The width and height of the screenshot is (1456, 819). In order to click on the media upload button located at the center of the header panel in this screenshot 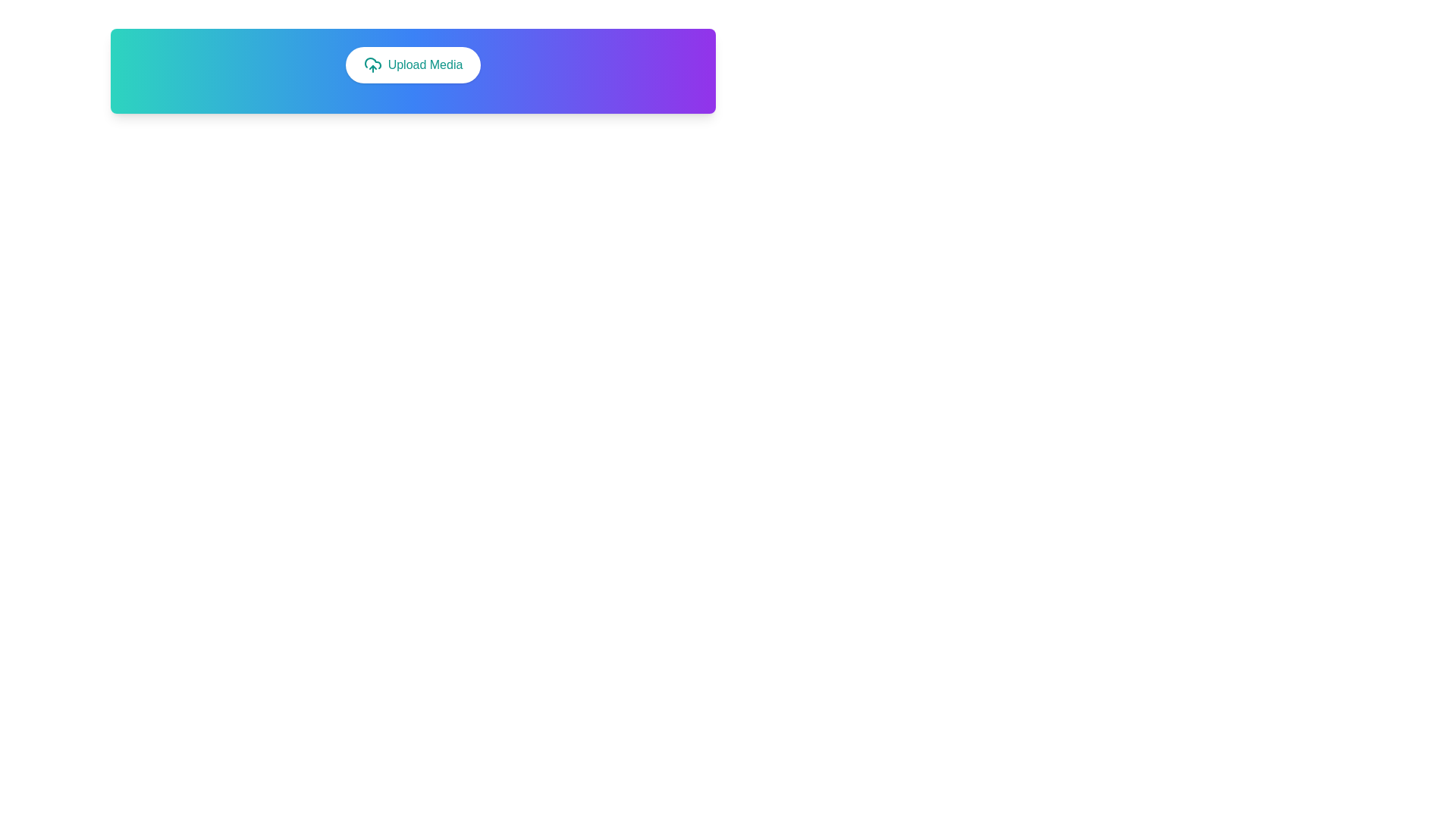, I will do `click(413, 71)`.